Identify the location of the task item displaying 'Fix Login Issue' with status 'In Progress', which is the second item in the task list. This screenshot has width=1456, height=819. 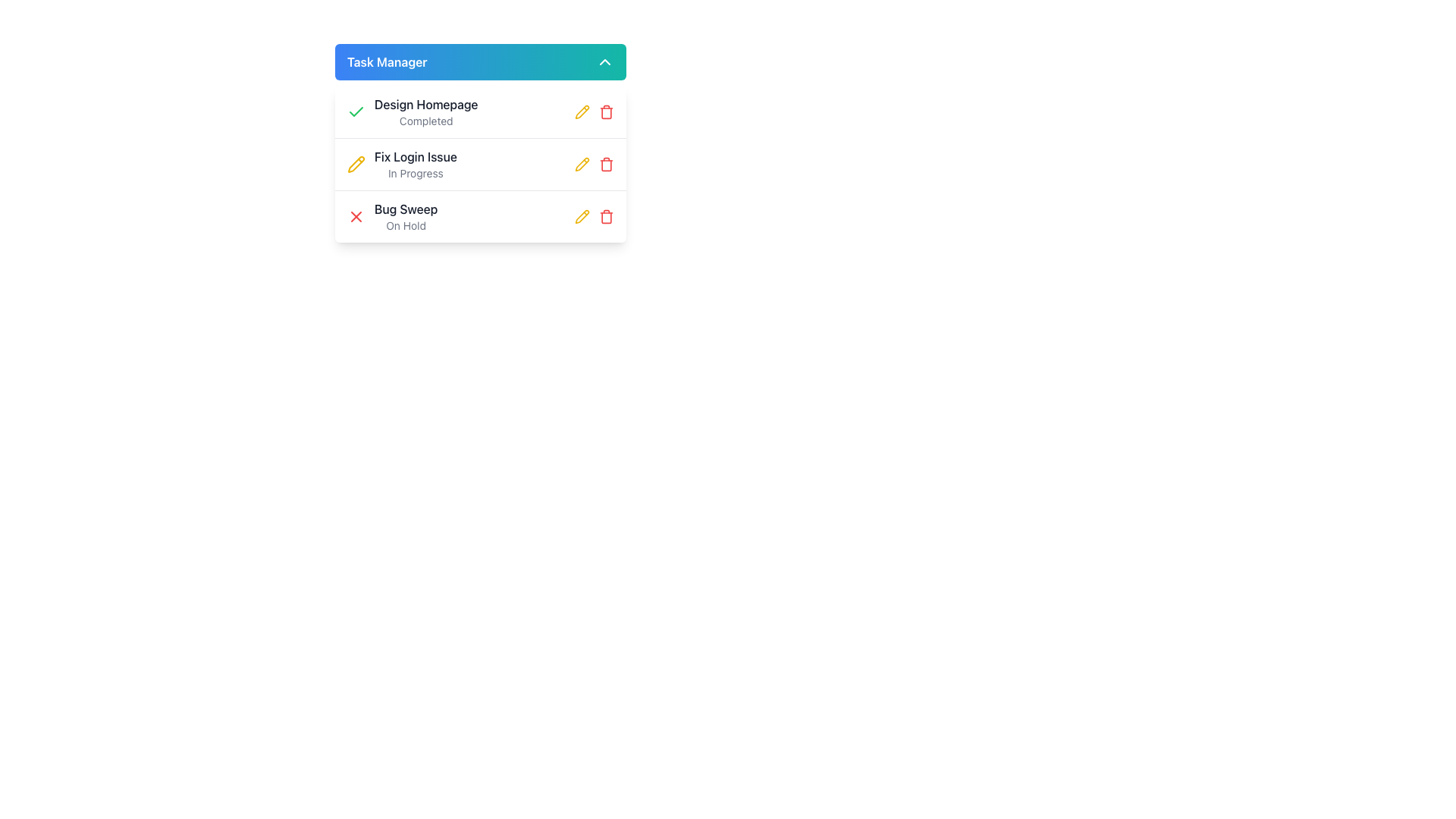
(402, 164).